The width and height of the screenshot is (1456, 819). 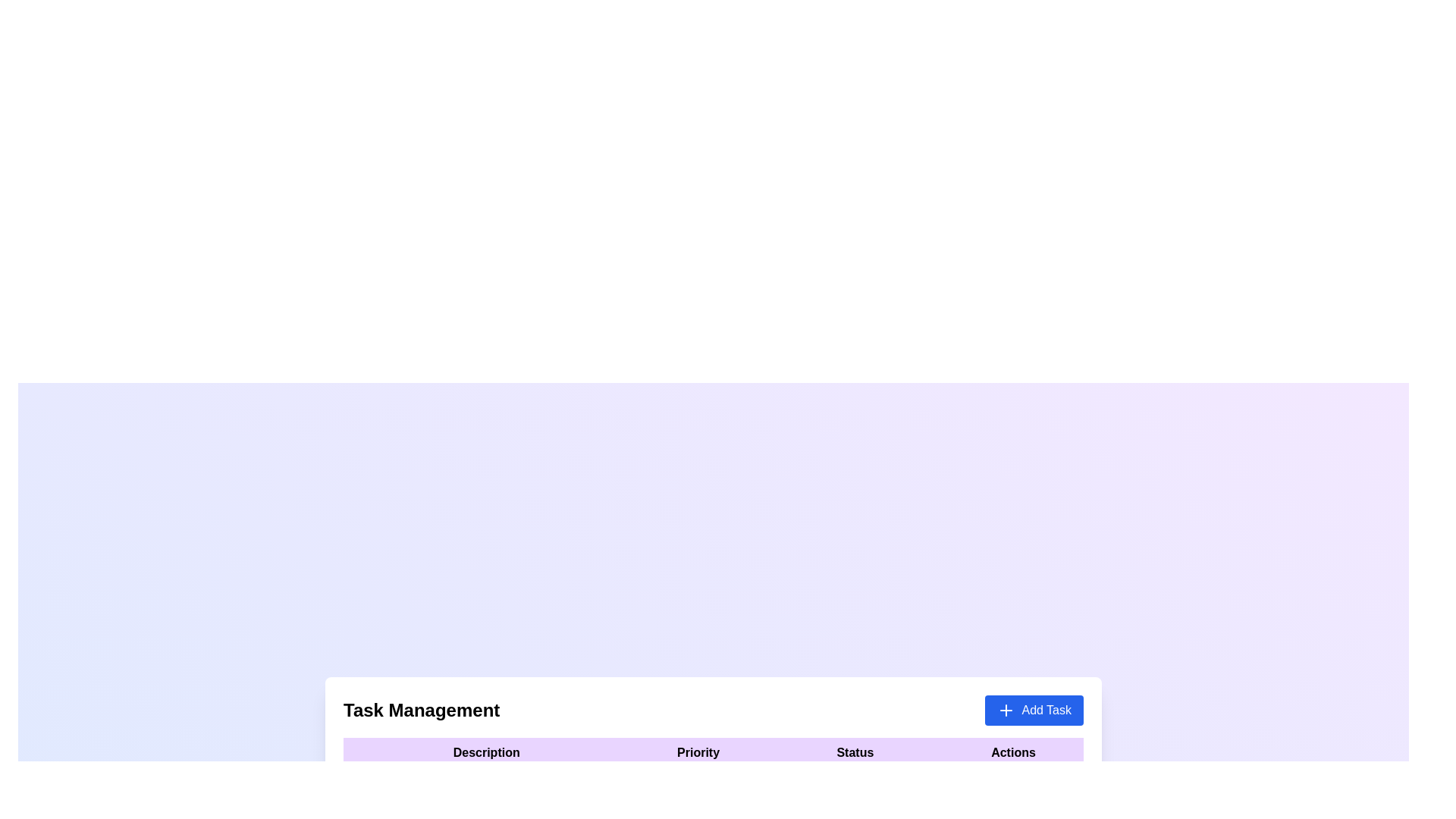 I want to click on the 'Add Task' button, which has white text on a blue background and is located at the far right of the 'Task Management' bar, so click(x=1033, y=711).